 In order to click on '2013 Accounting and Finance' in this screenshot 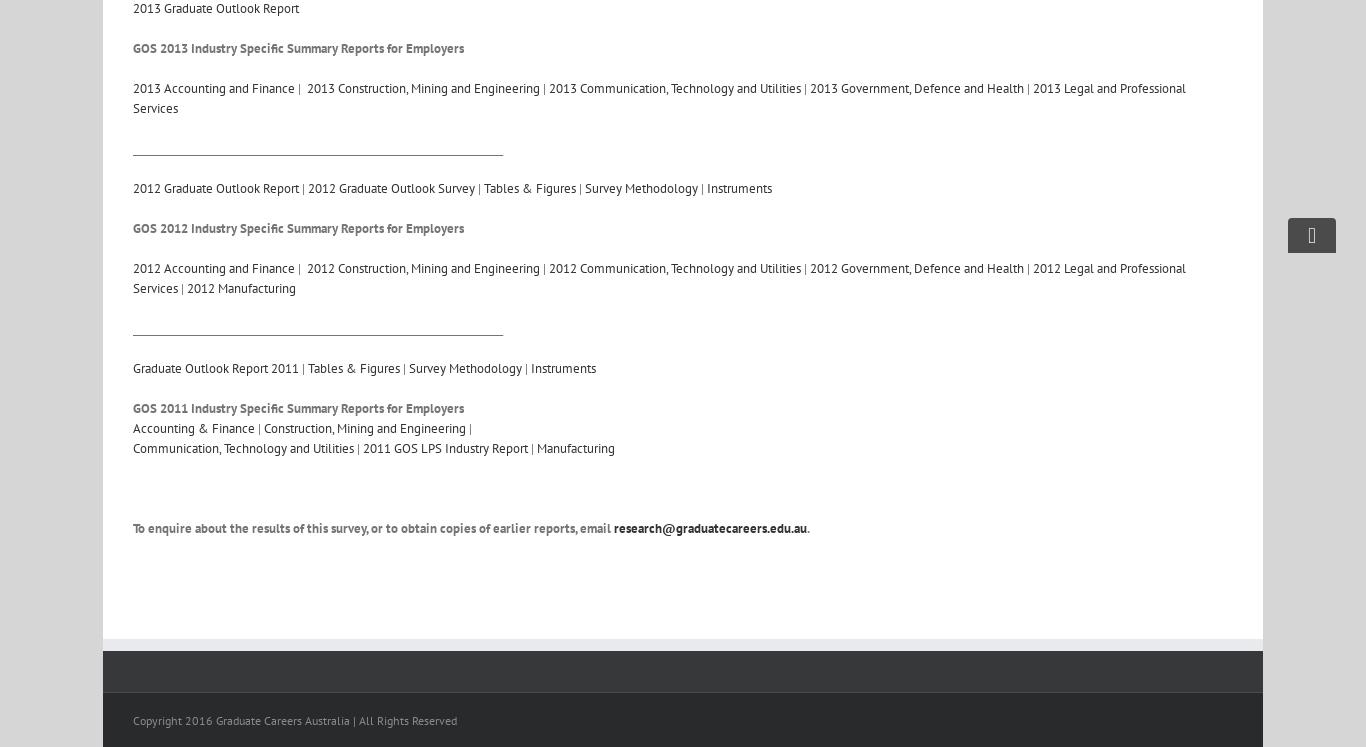, I will do `click(132, 88)`.